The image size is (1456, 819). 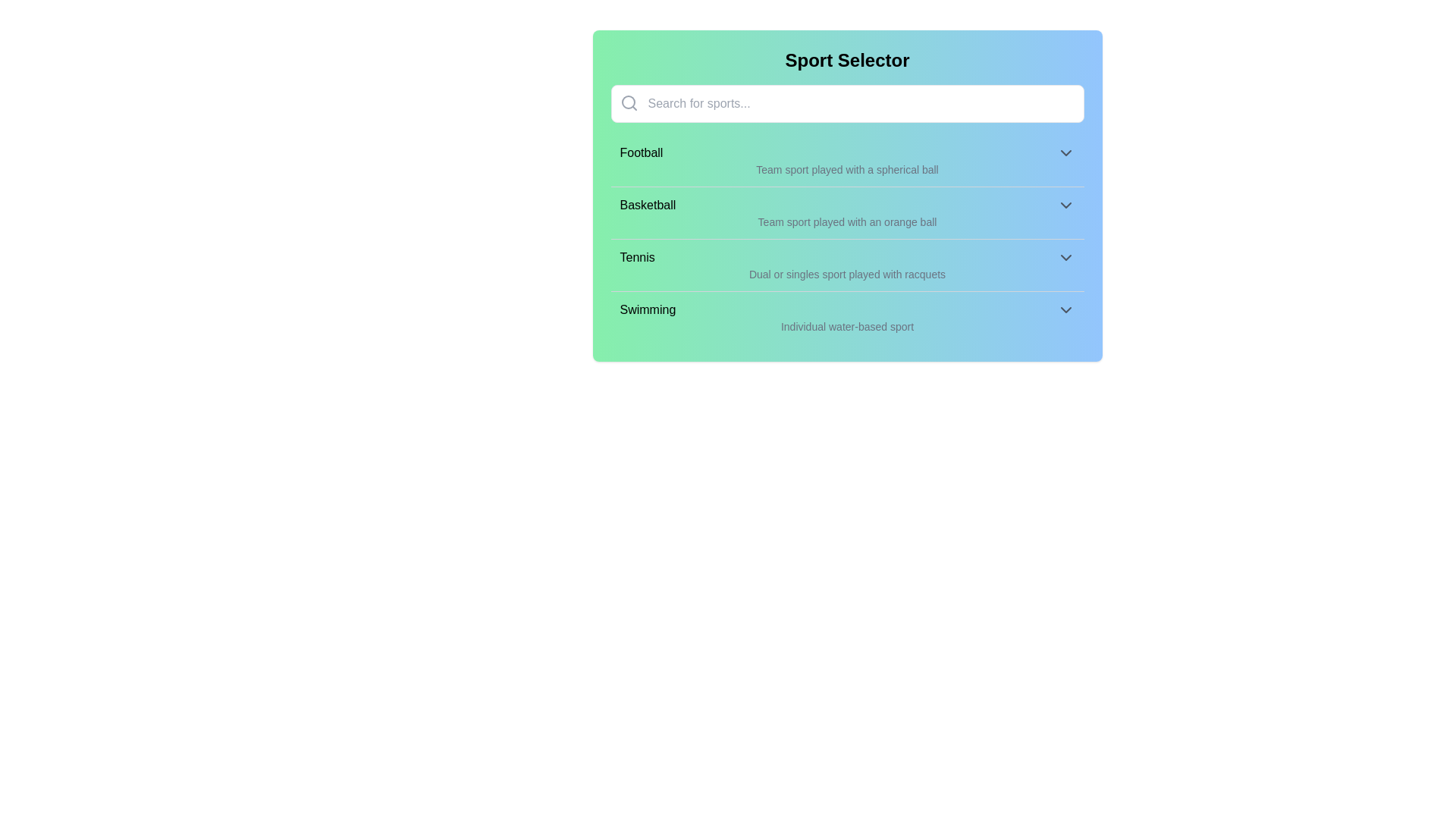 What do you see at coordinates (846, 264) in the screenshot?
I see `the list item labeled 'Tennis', which features a light green to blue gradient background and a chevron icon on the right` at bounding box center [846, 264].